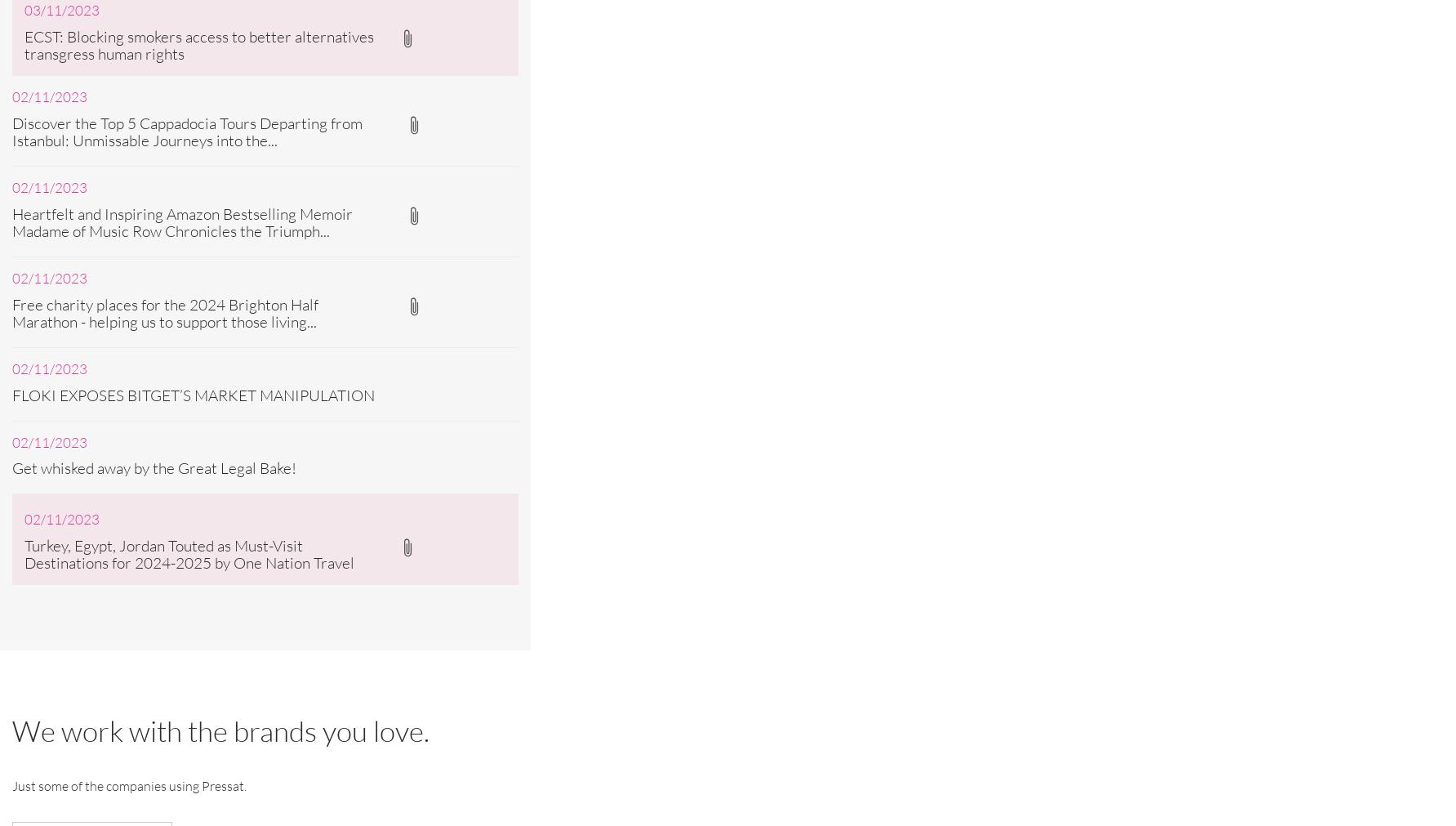  I want to click on 'Discover the Top 5 Cappadocia Tours Departing from Istanbul: Unmissable Journeys into the...', so click(11, 130).